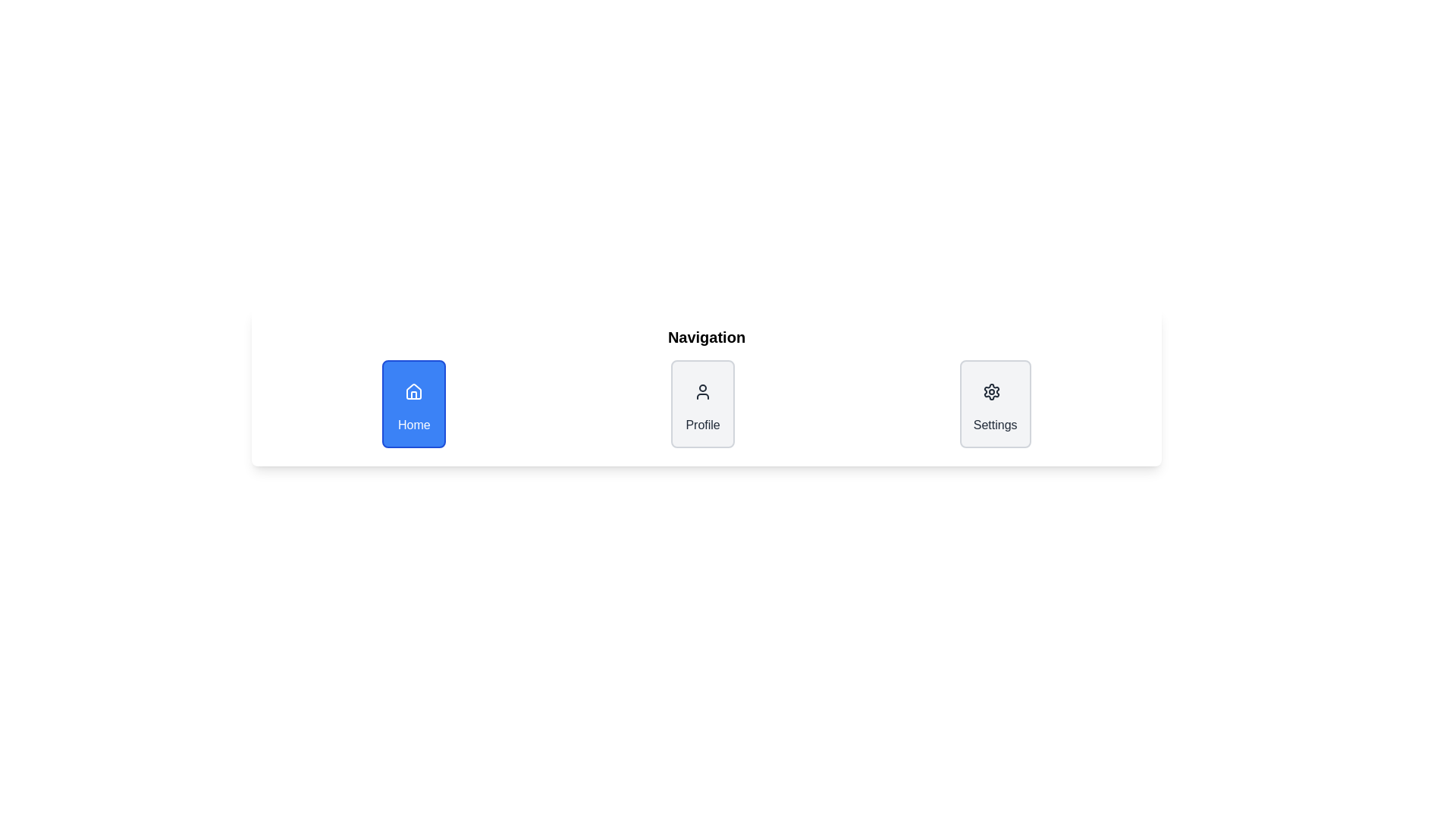 Image resolution: width=1456 pixels, height=819 pixels. What do you see at coordinates (414, 394) in the screenshot?
I see `the lower half of the house structure icon, which is part of the 'Home' button in the navigation menu` at bounding box center [414, 394].